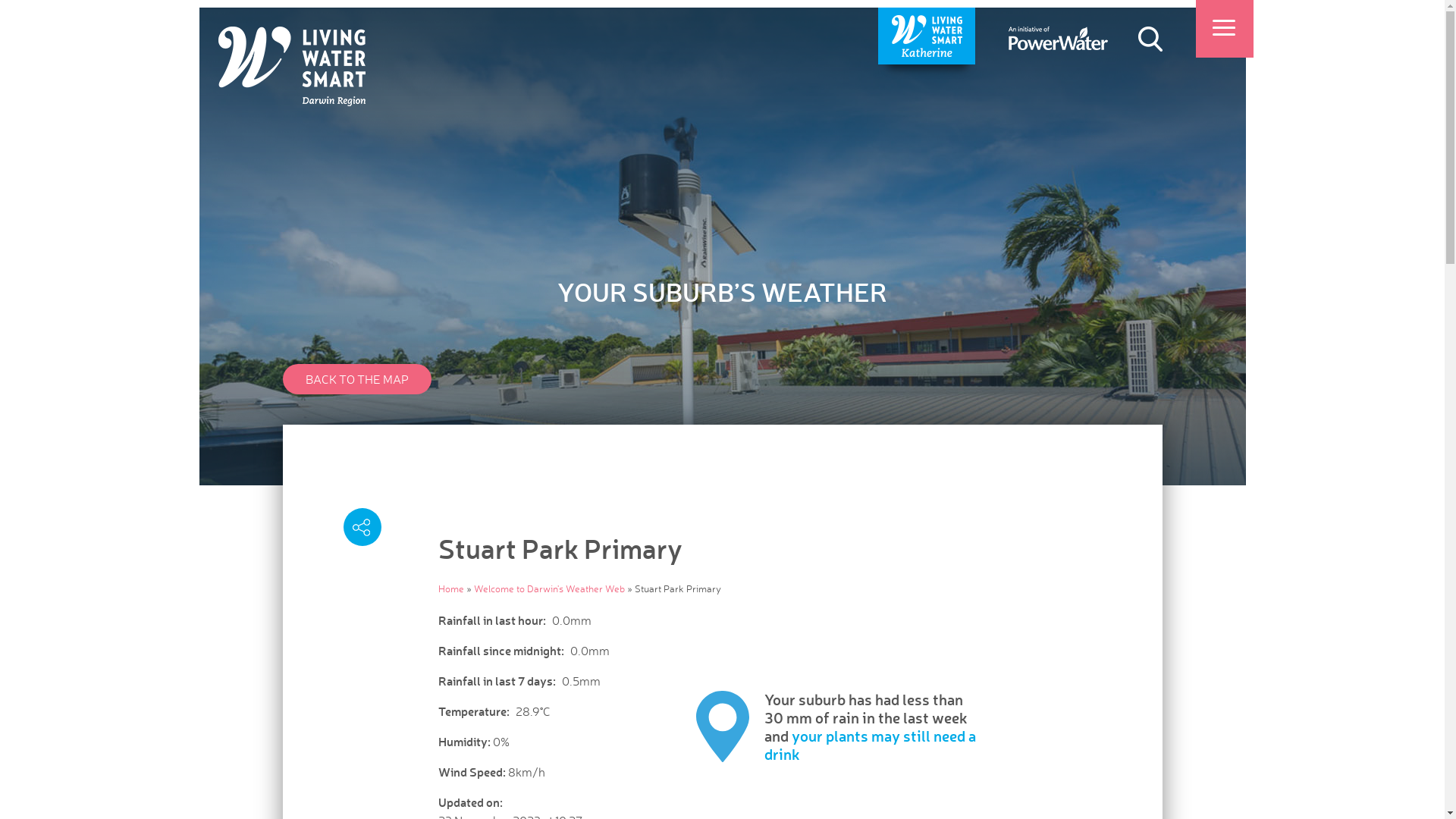 The height and width of the screenshot is (819, 1456). Describe the element at coordinates (0, 8) in the screenshot. I see `'Skip to main content'` at that location.